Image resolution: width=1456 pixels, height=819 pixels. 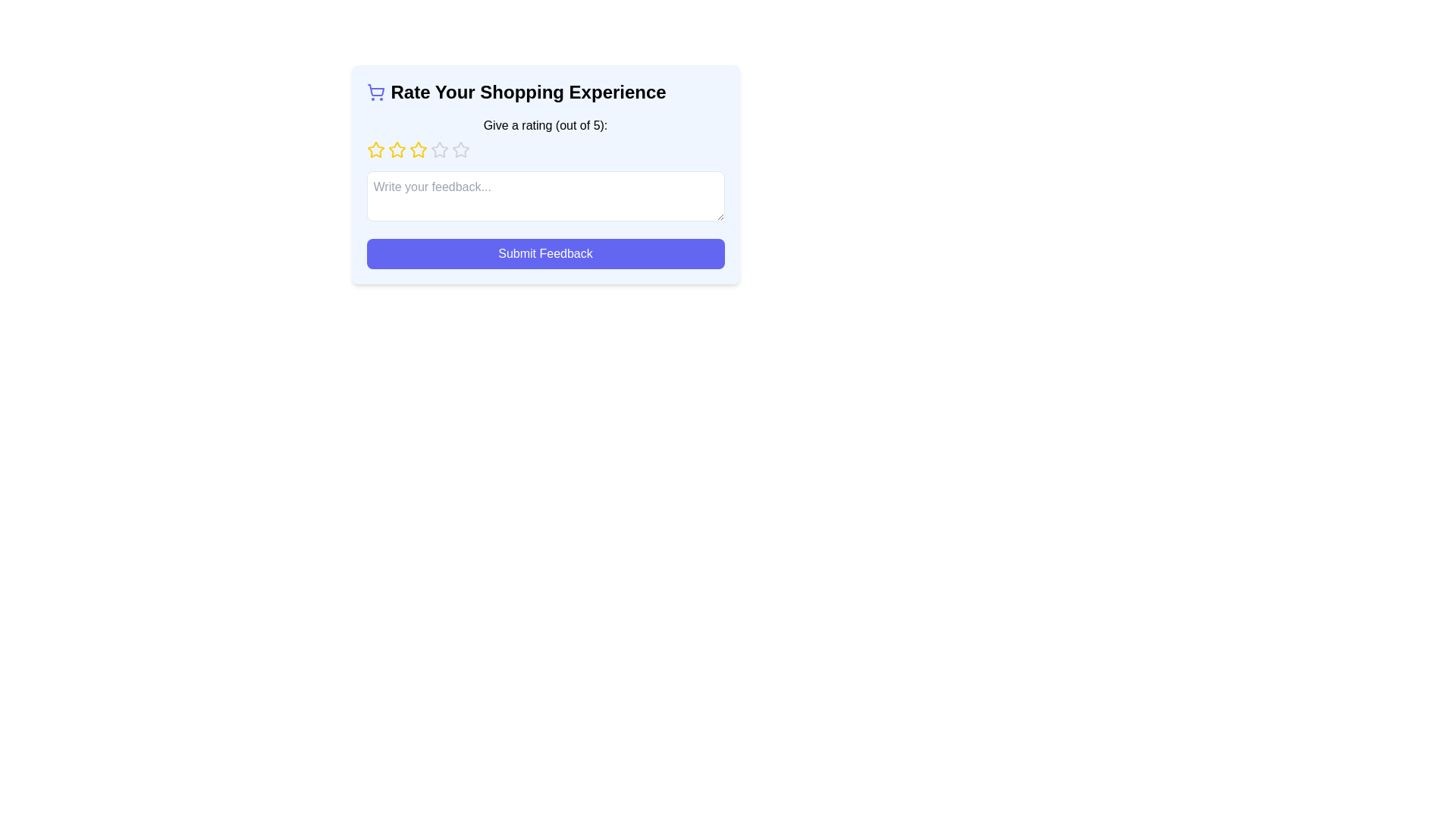 I want to click on the first star rating button, so click(x=375, y=149).